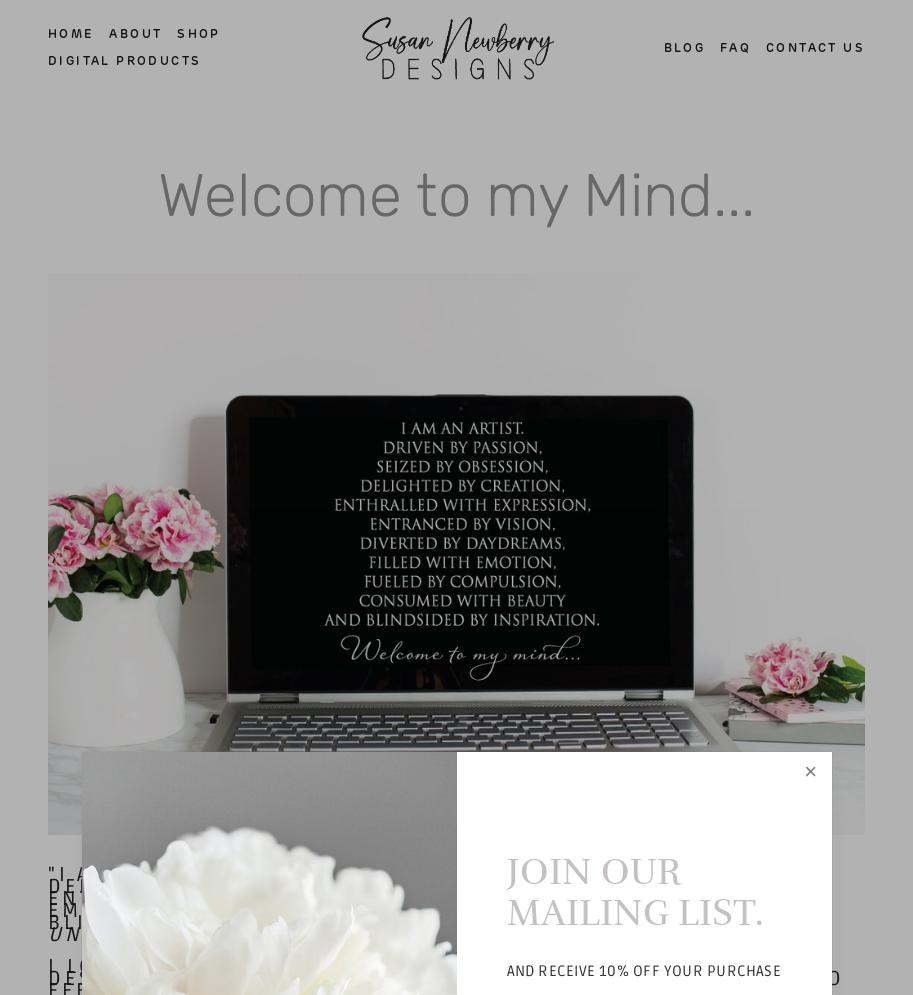  I want to click on 'Digital Products', so click(124, 59).